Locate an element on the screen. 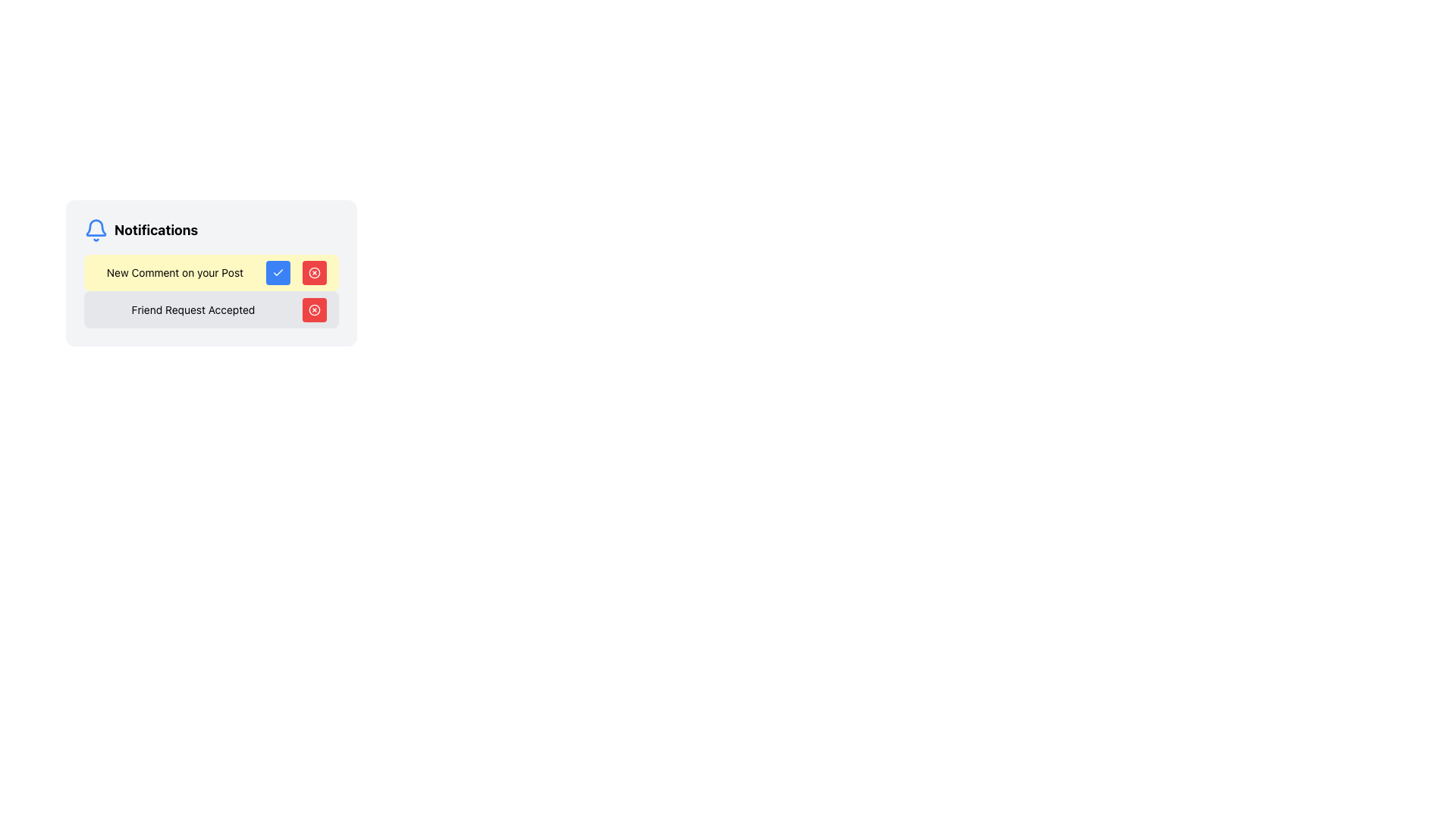  the second button on the 'New Comment on your Post' notification is located at coordinates (313, 271).